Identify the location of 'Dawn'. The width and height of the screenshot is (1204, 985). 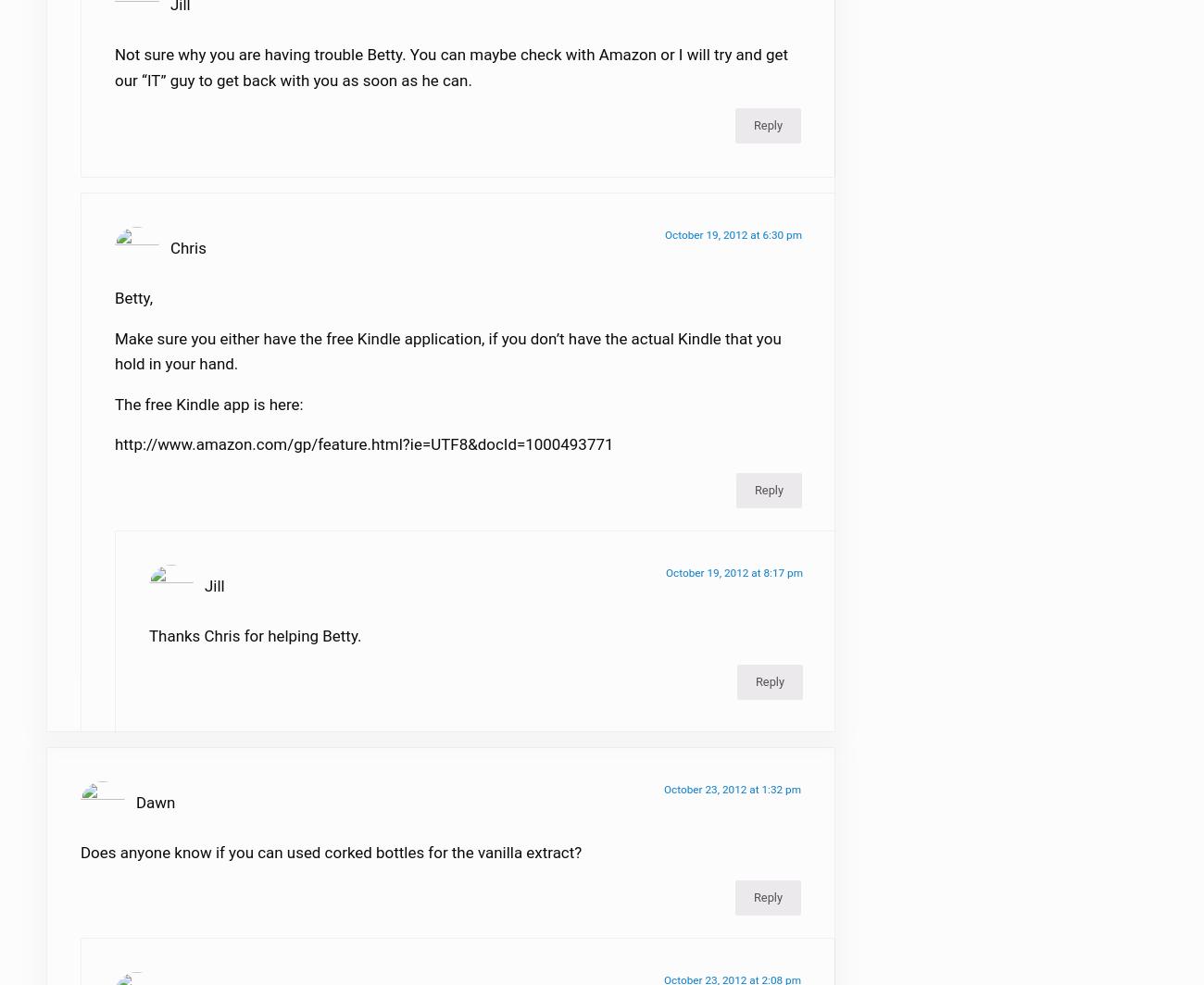
(155, 813).